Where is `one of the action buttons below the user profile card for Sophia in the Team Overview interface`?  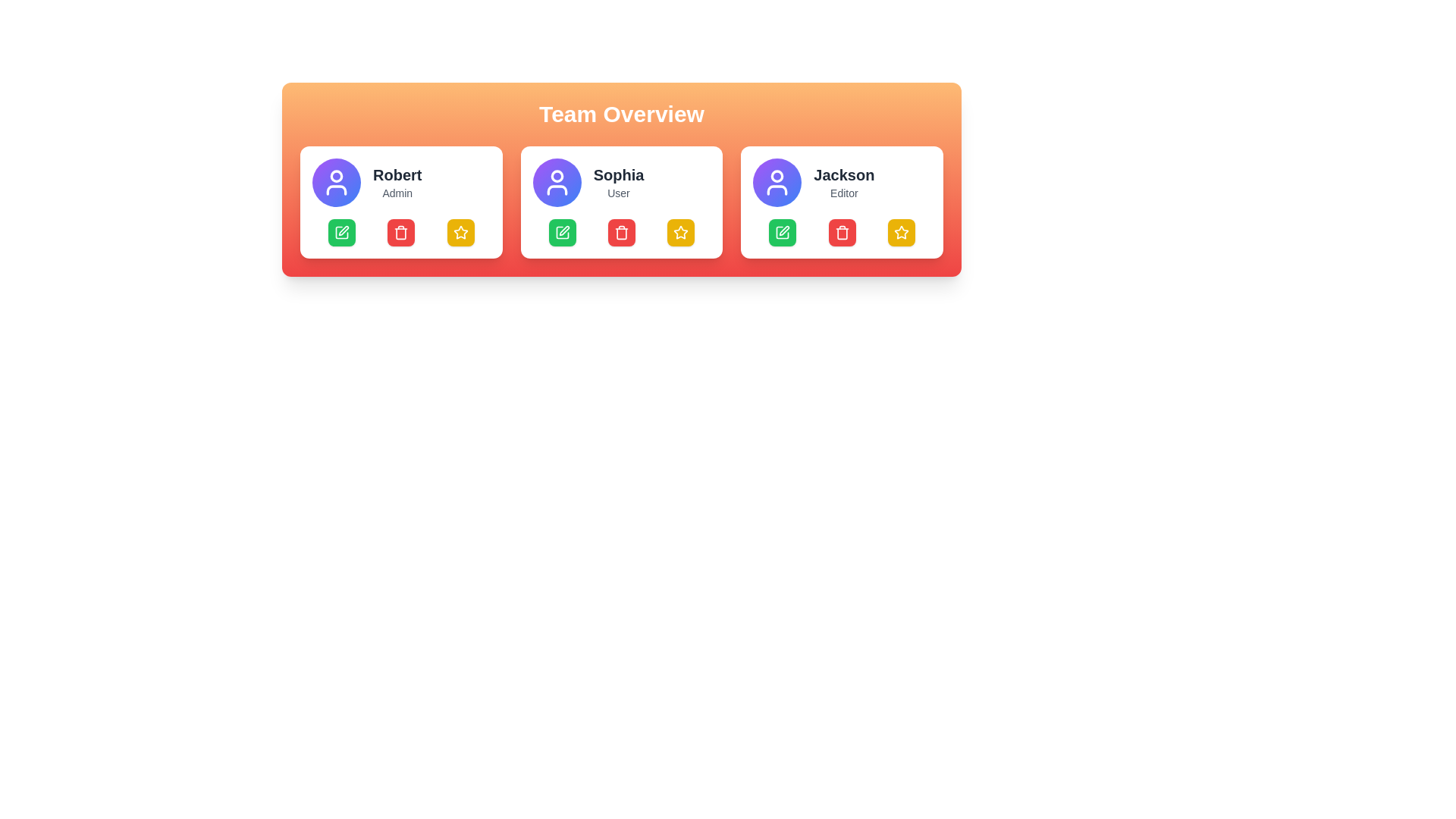 one of the action buttons below the user profile card for Sophia in the Team Overview interface is located at coordinates (622, 201).